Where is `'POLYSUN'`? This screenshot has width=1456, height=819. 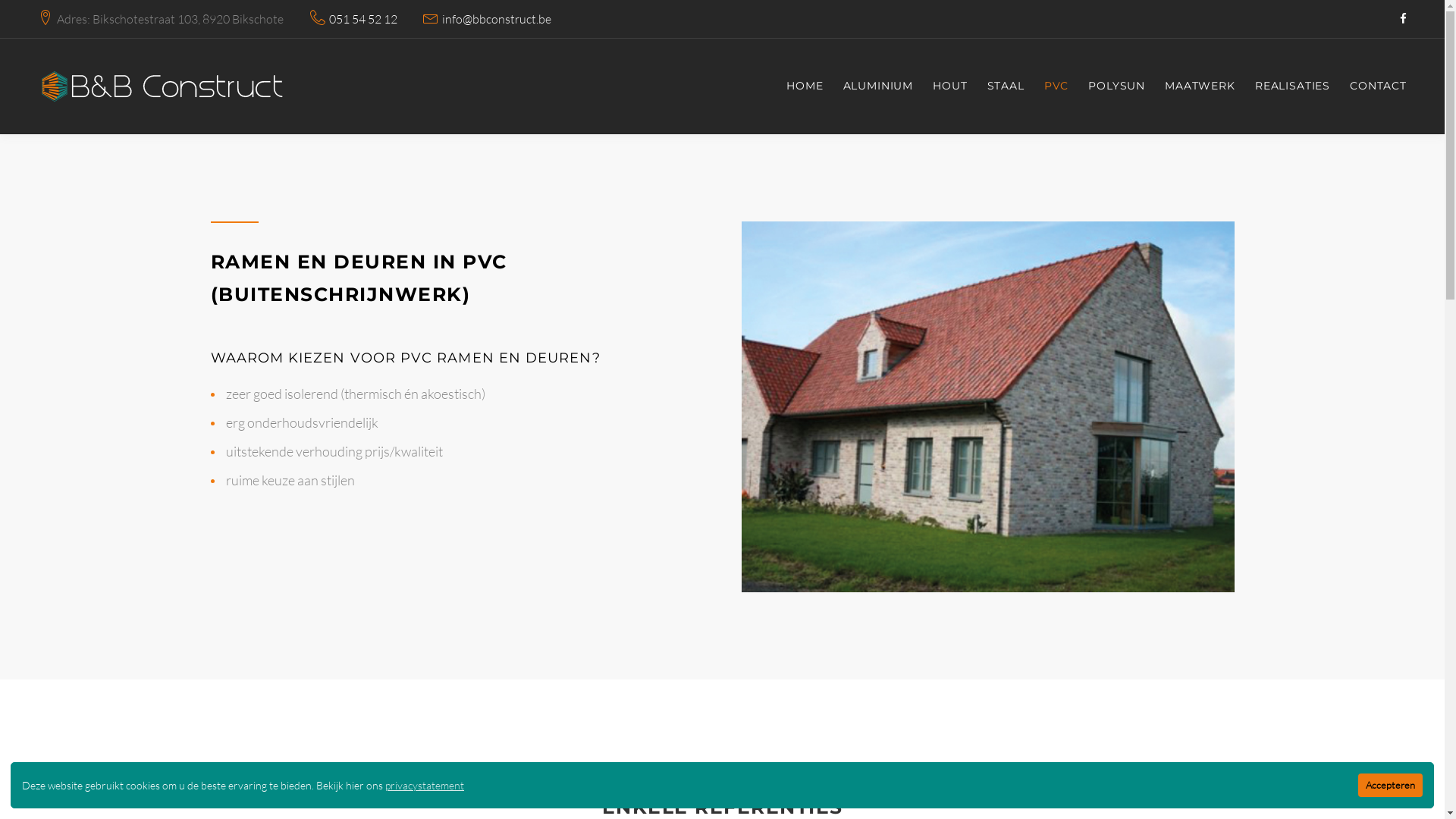
'POLYSUN' is located at coordinates (1116, 86).